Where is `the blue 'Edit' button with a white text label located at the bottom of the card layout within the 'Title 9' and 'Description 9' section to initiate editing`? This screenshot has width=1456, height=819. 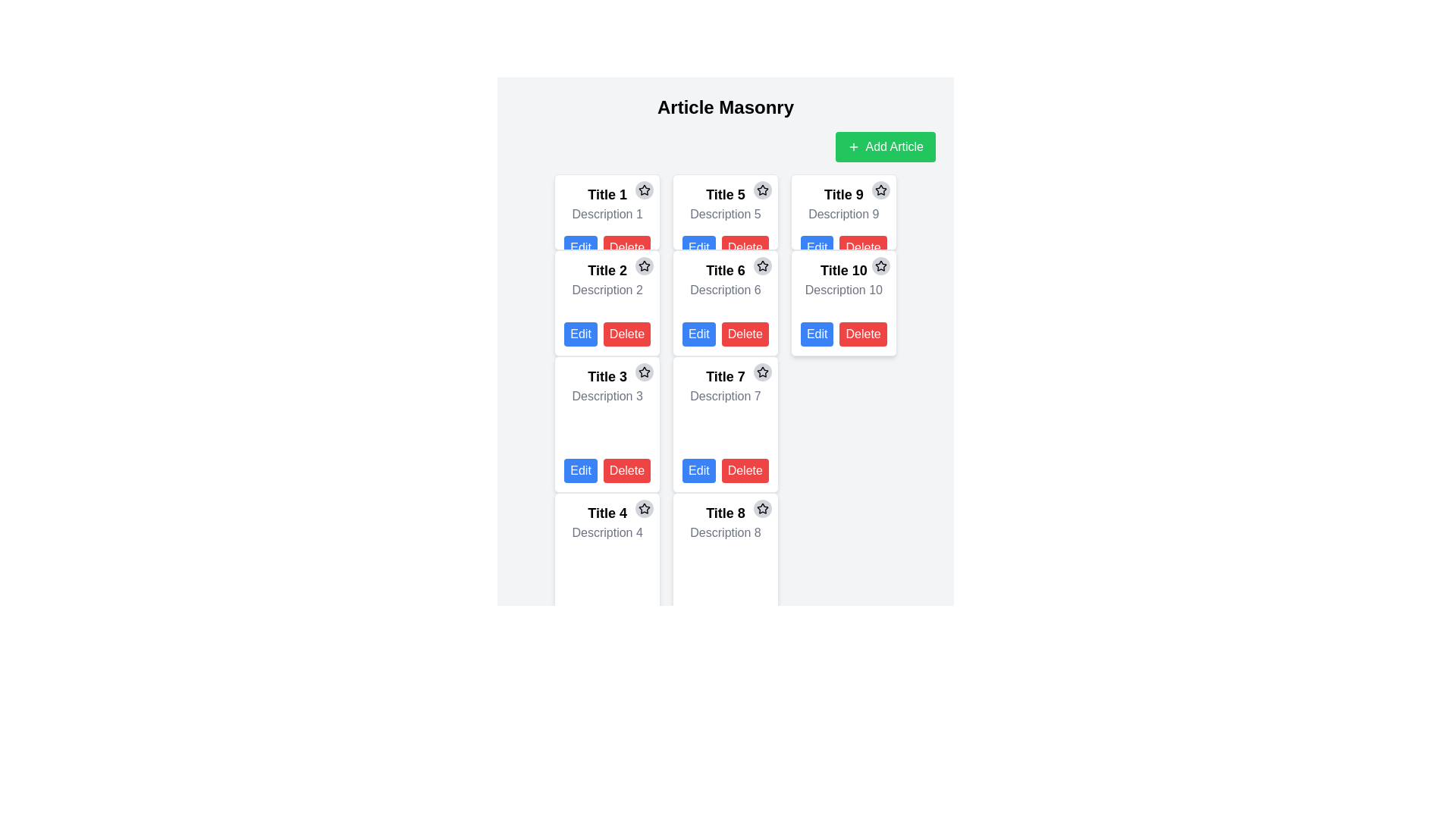
the blue 'Edit' button with a white text label located at the bottom of the card layout within the 'Title 9' and 'Description 9' section to initiate editing is located at coordinates (816, 247).